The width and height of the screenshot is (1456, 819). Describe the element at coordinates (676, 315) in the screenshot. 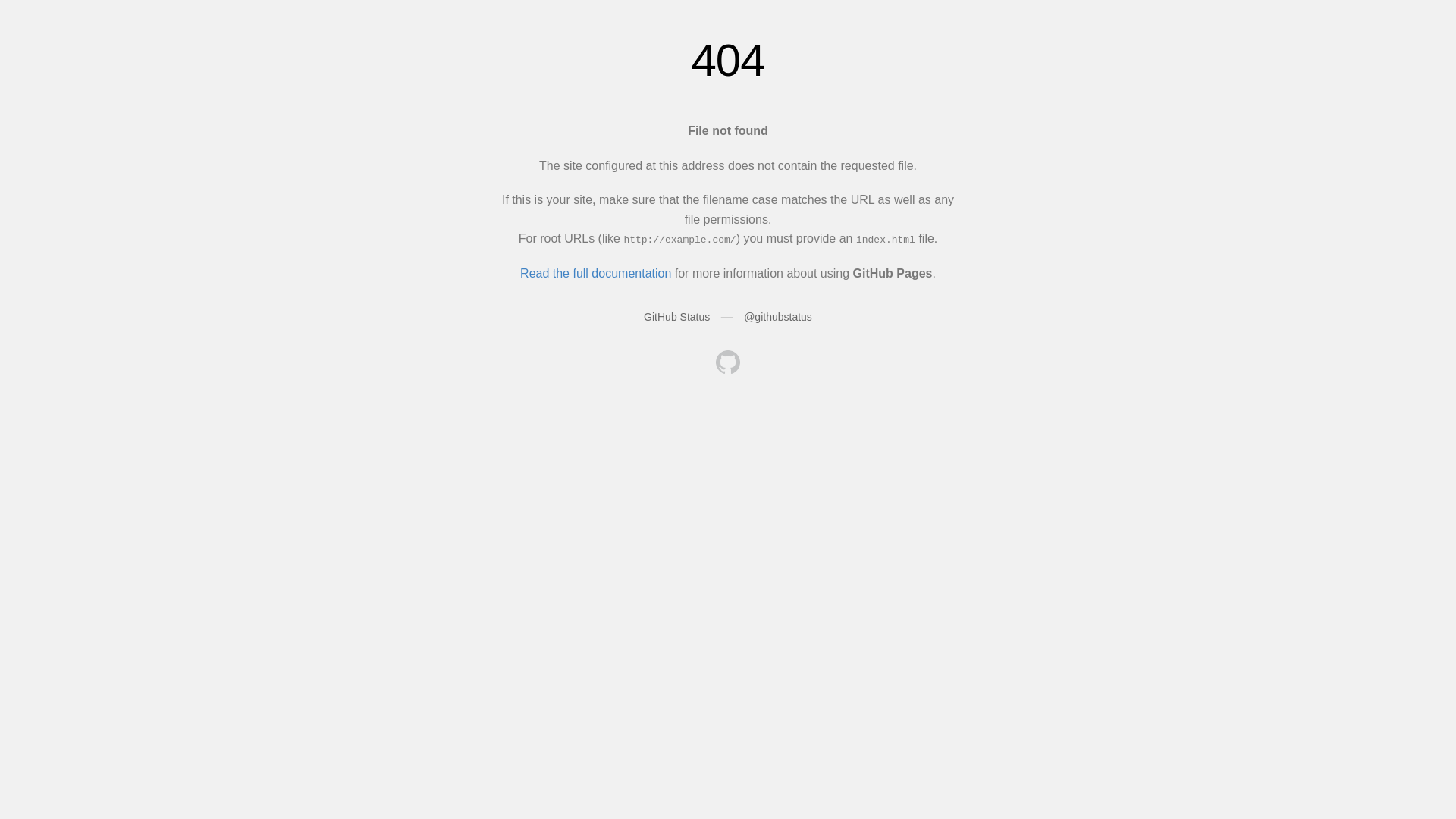

I see `'GitHub Status'` at that location.